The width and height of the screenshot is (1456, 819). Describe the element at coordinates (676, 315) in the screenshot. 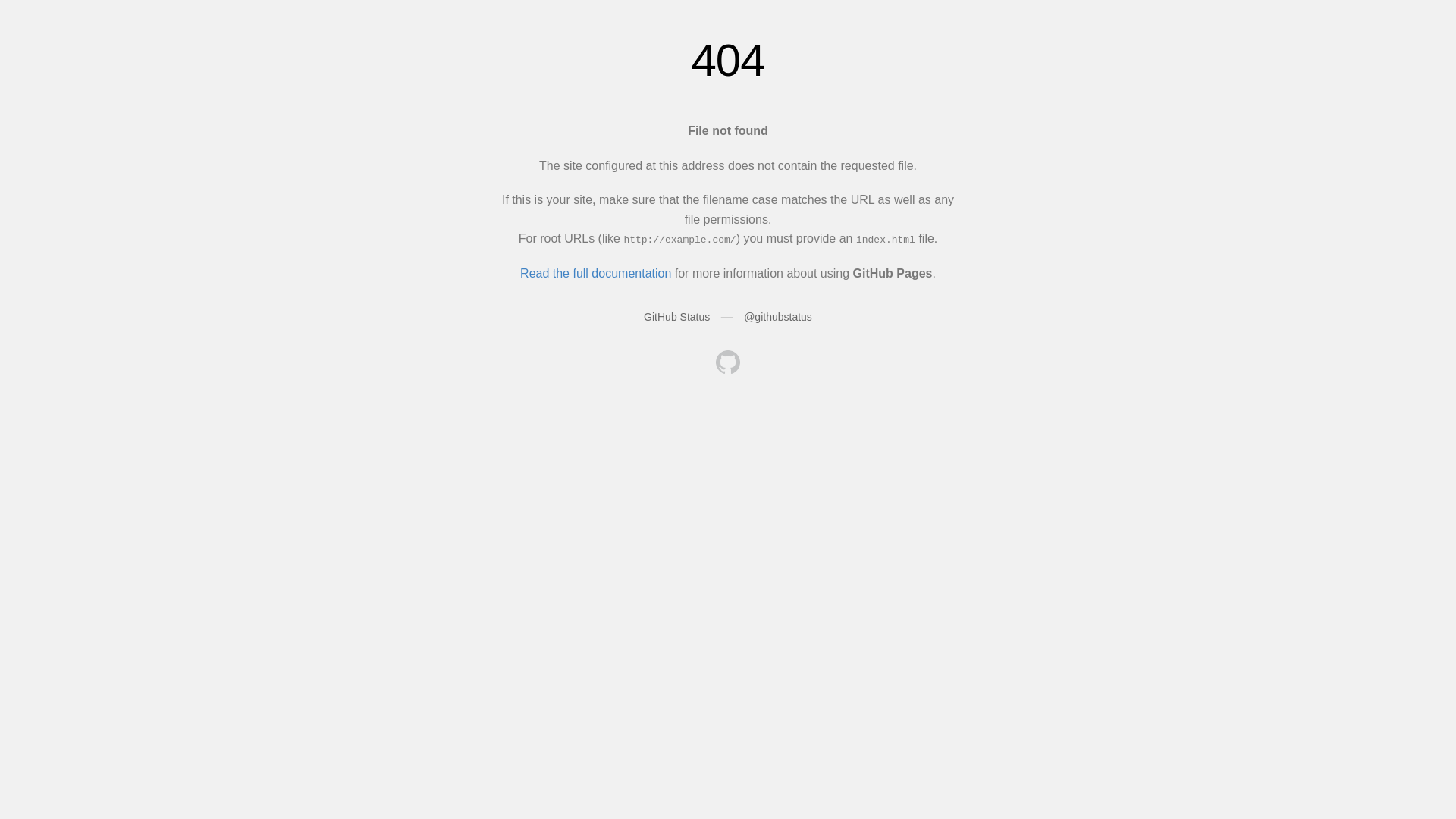

I see `'GitHub Status'` at that location.